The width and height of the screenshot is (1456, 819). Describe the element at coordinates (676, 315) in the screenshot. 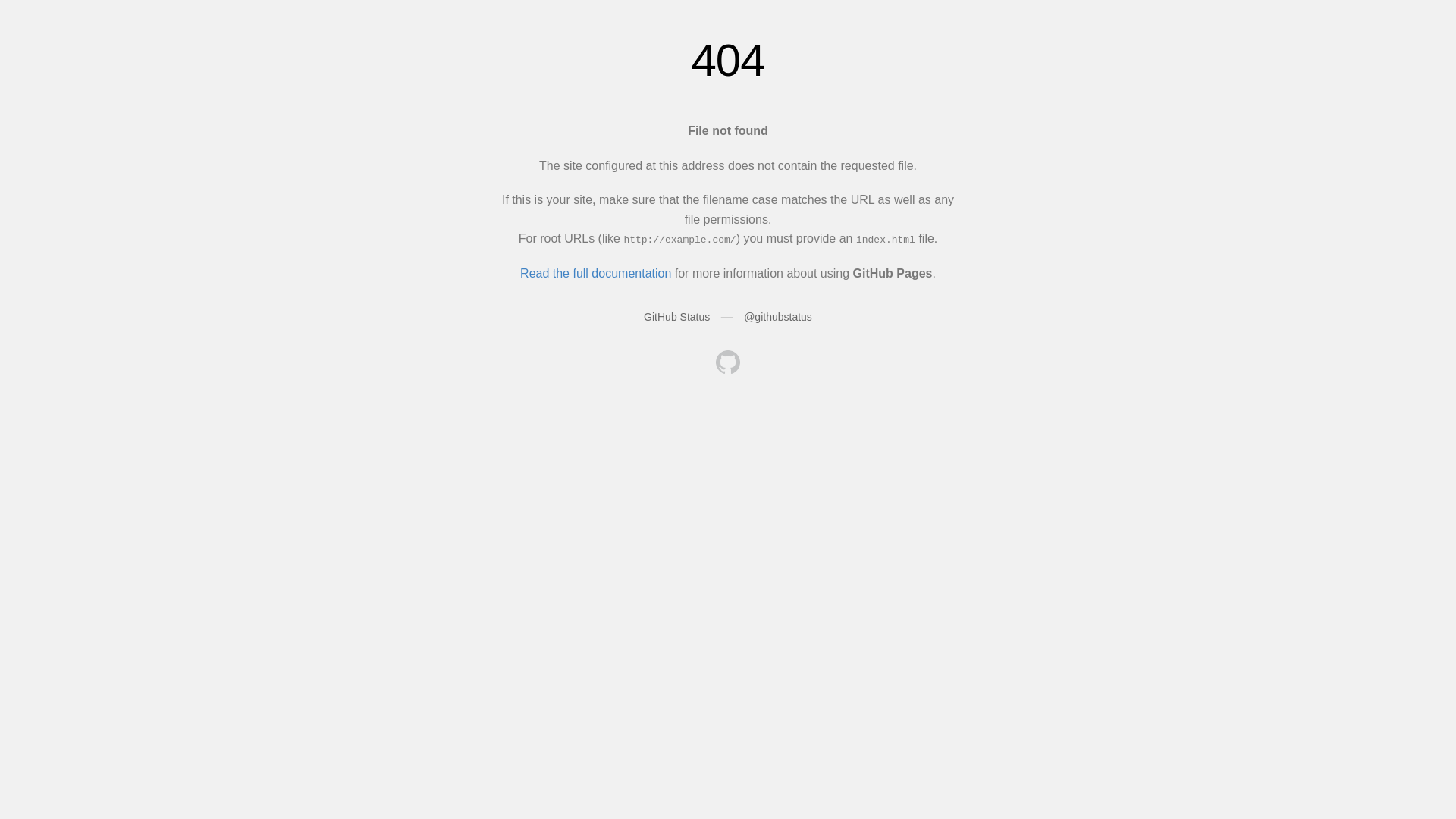

I see `'GitHub Status'` at that location.